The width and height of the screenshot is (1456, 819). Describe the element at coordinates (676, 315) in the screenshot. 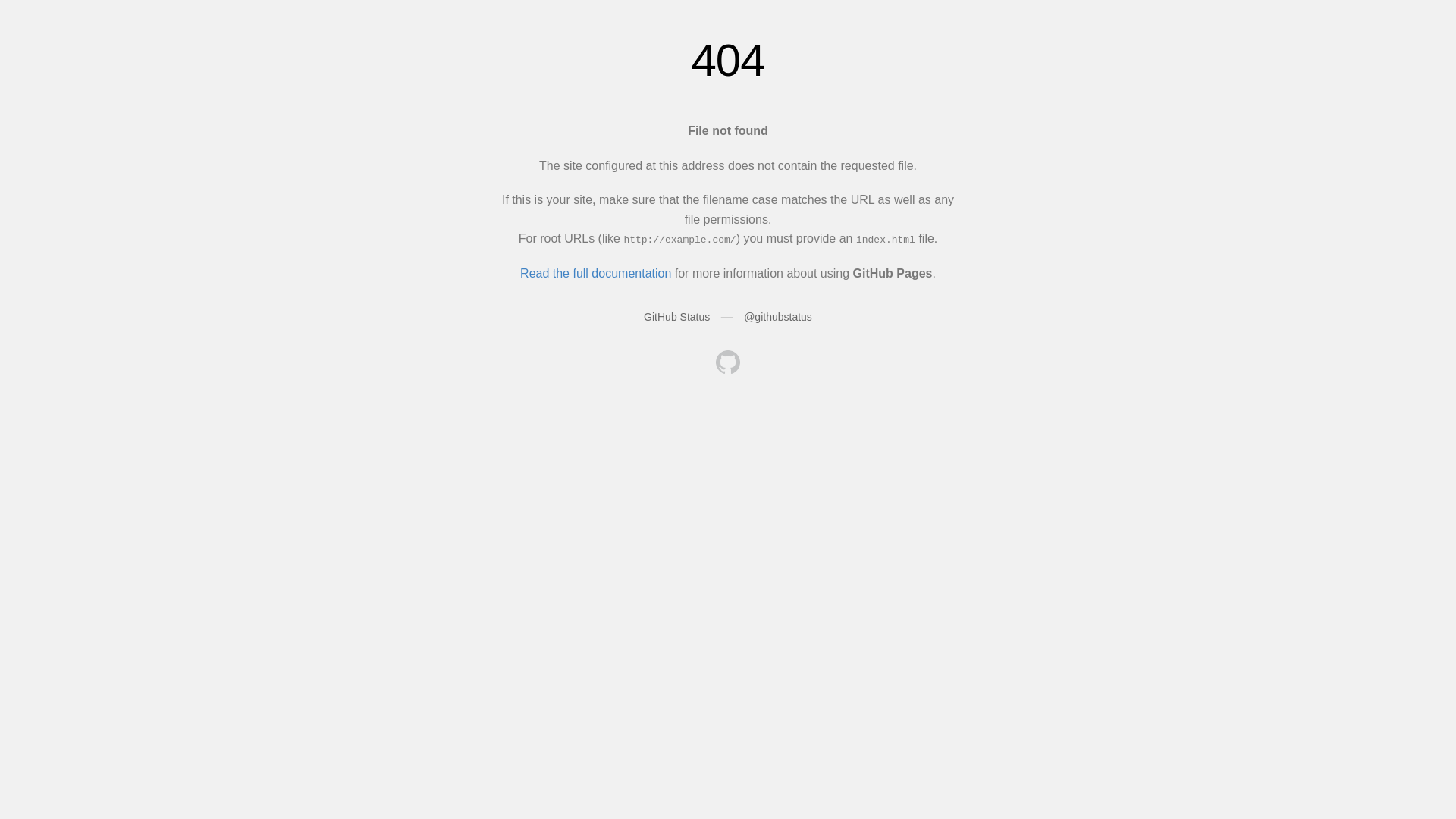

I see `'GitHub Status'` at that location.